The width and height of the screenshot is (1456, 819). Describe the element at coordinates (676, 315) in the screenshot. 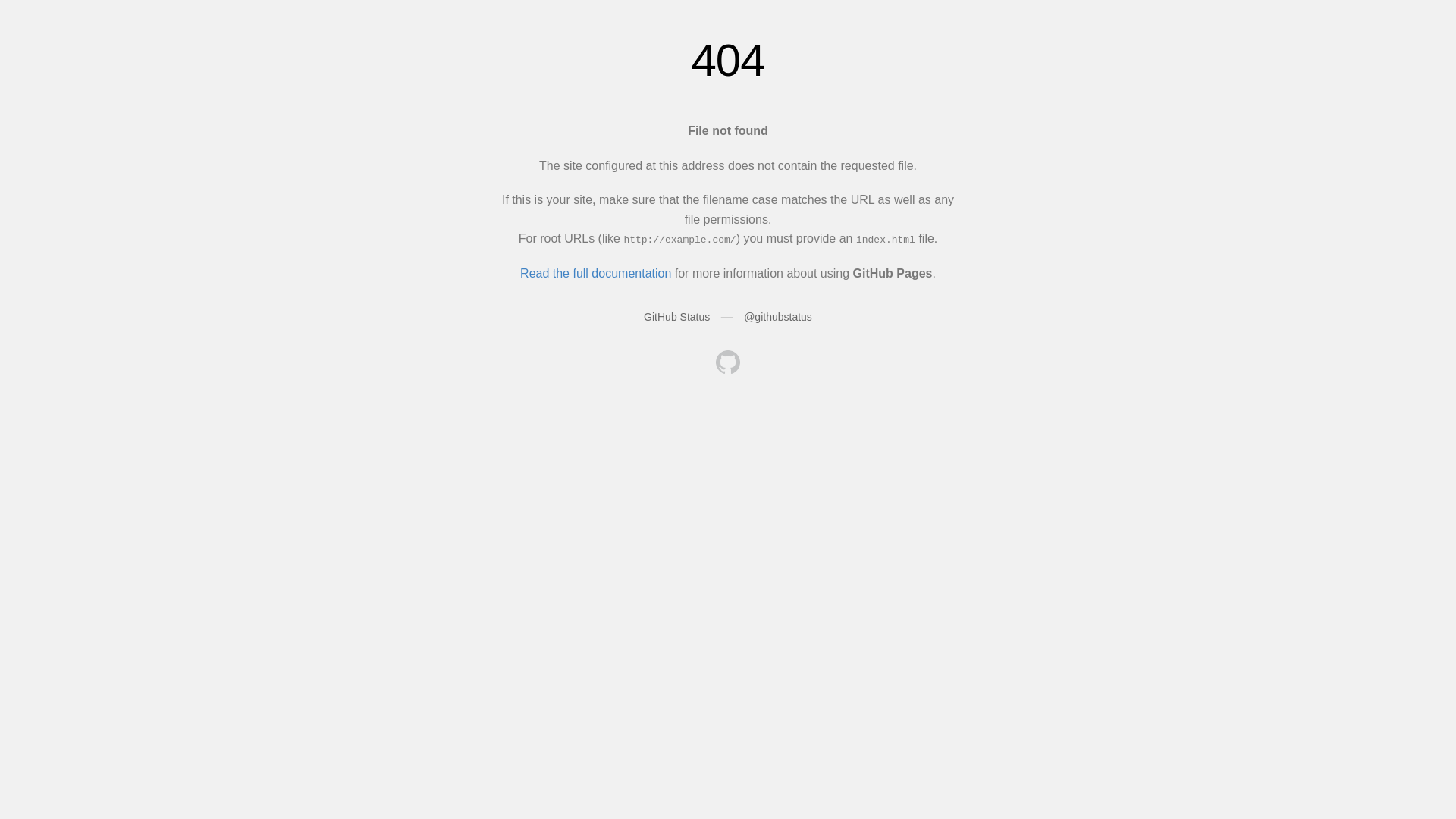

I see `'GitHub Status'` at that location.